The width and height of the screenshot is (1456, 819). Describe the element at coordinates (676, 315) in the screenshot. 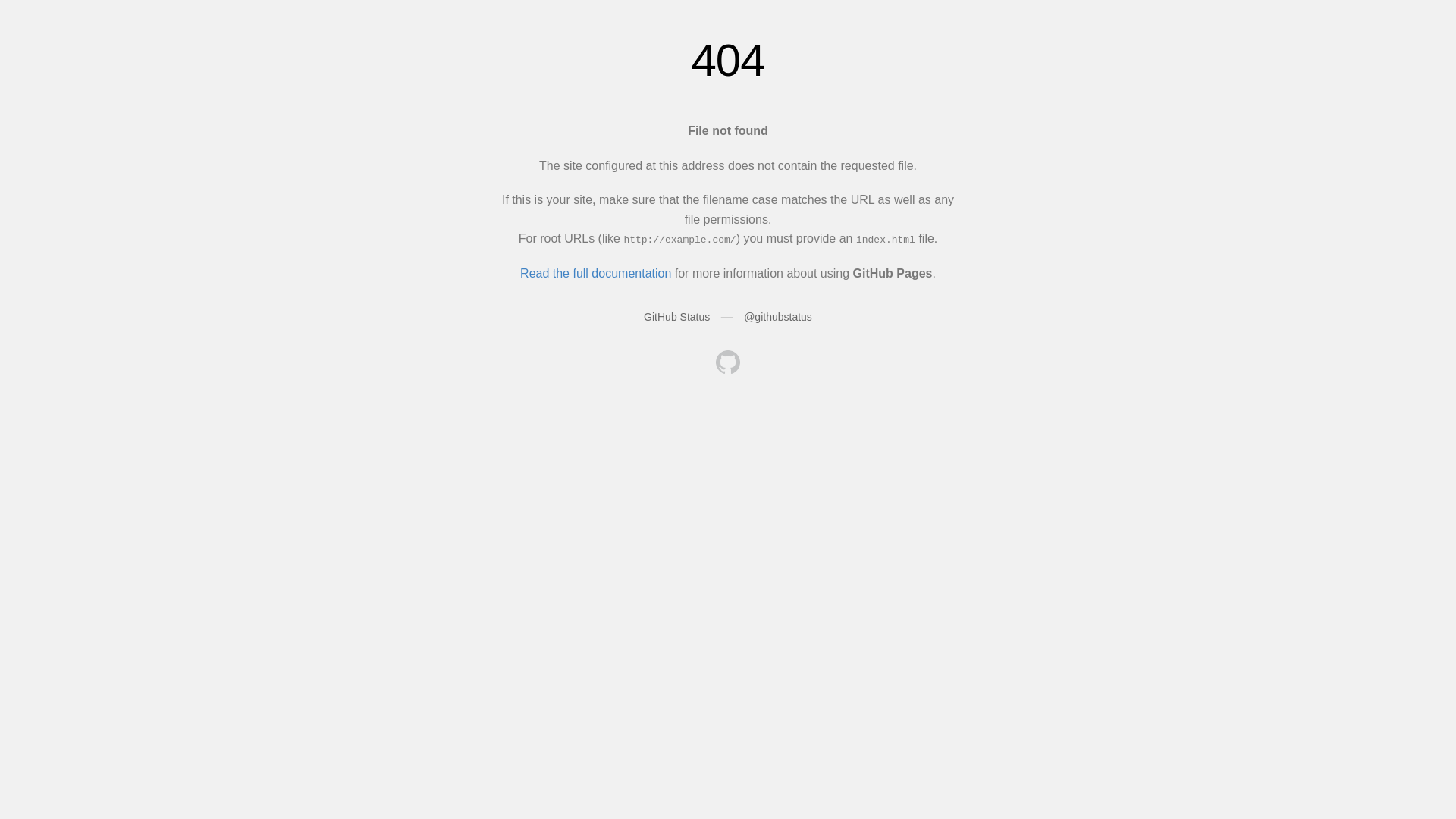

I see `'GitHub Status'` at that location.